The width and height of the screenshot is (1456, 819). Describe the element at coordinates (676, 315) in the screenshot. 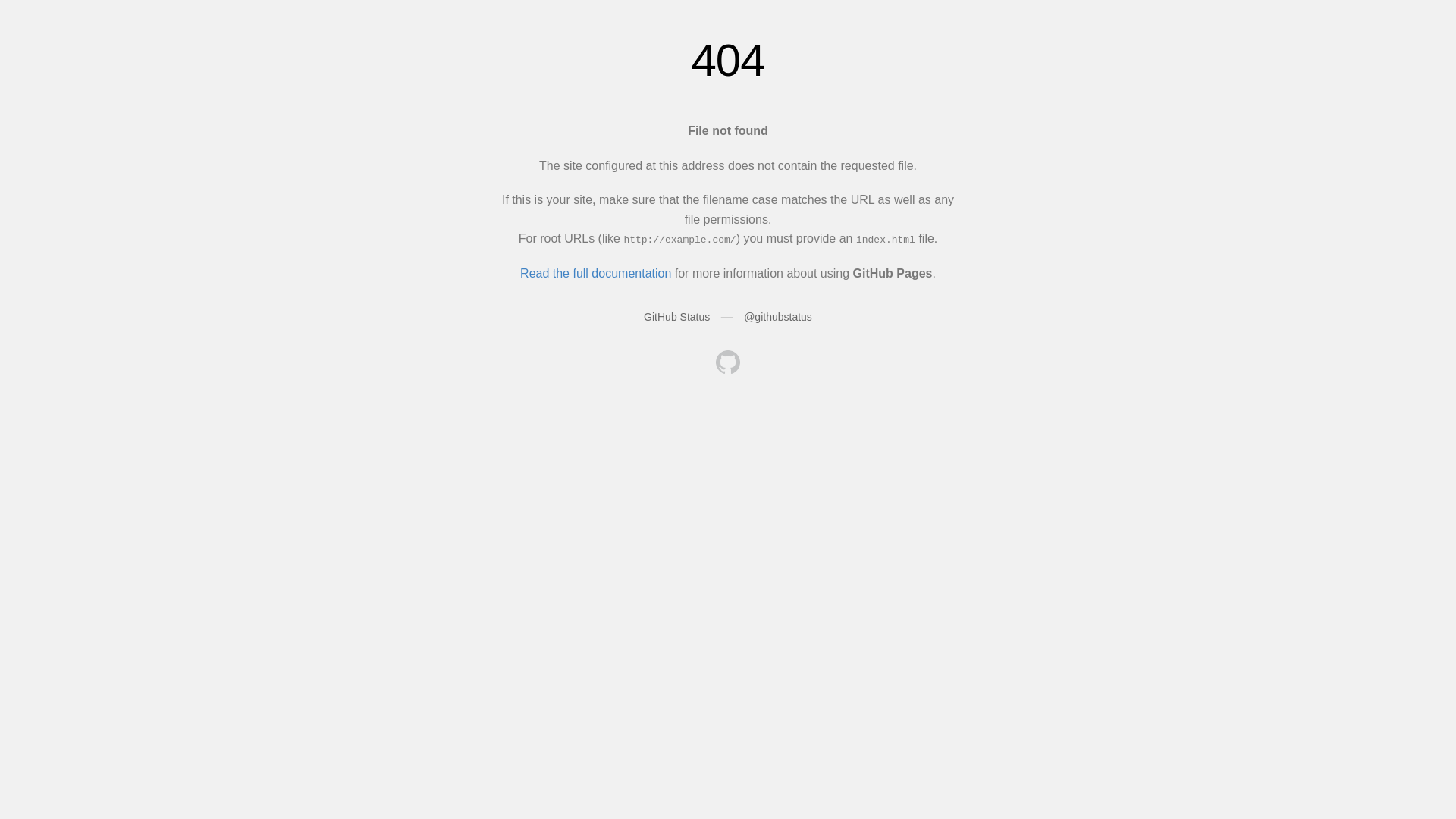

I see `'GitHub Status'` at that location.